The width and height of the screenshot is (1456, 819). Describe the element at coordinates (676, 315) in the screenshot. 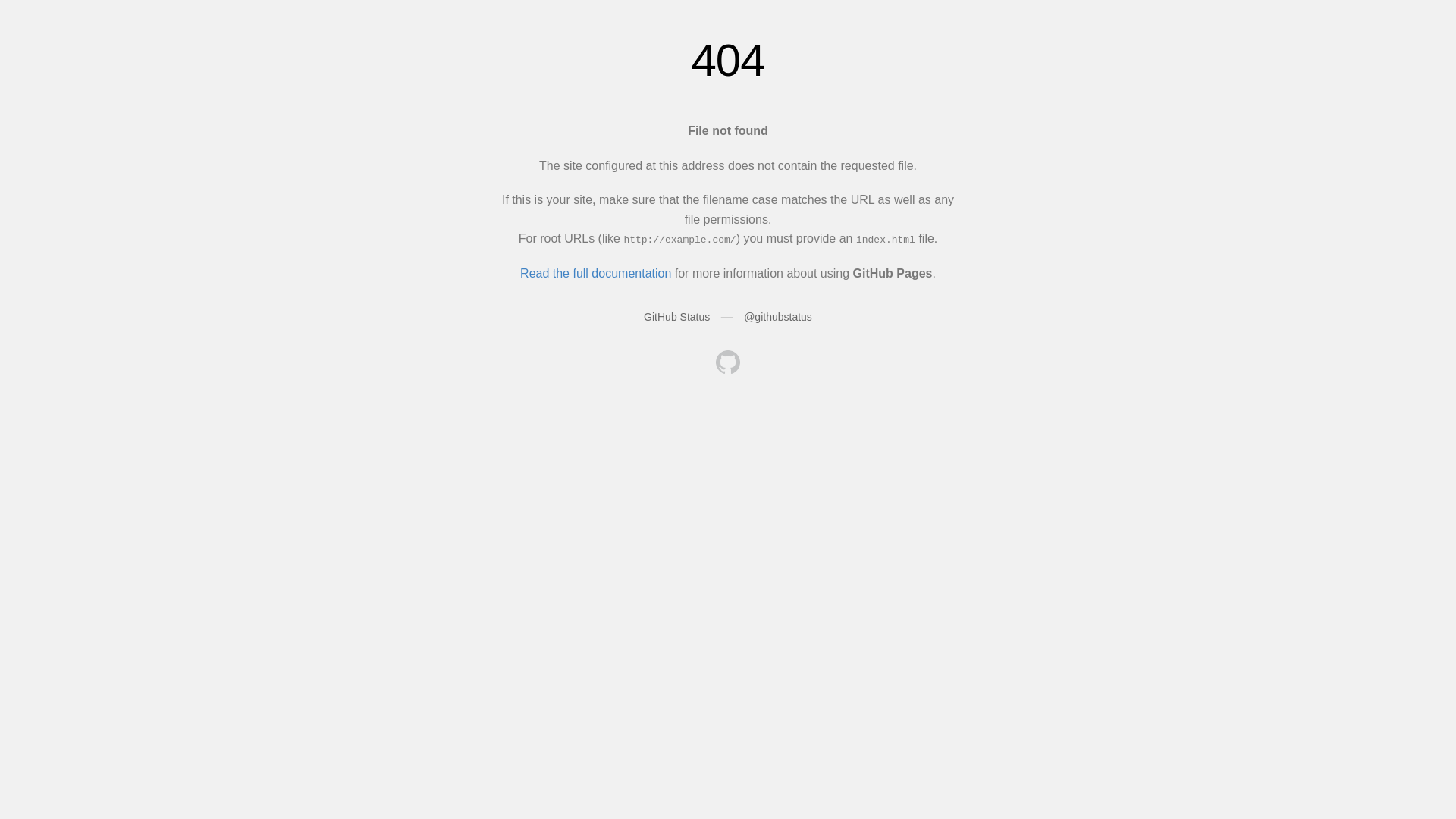

I see `'GitHub Status'` at that location.